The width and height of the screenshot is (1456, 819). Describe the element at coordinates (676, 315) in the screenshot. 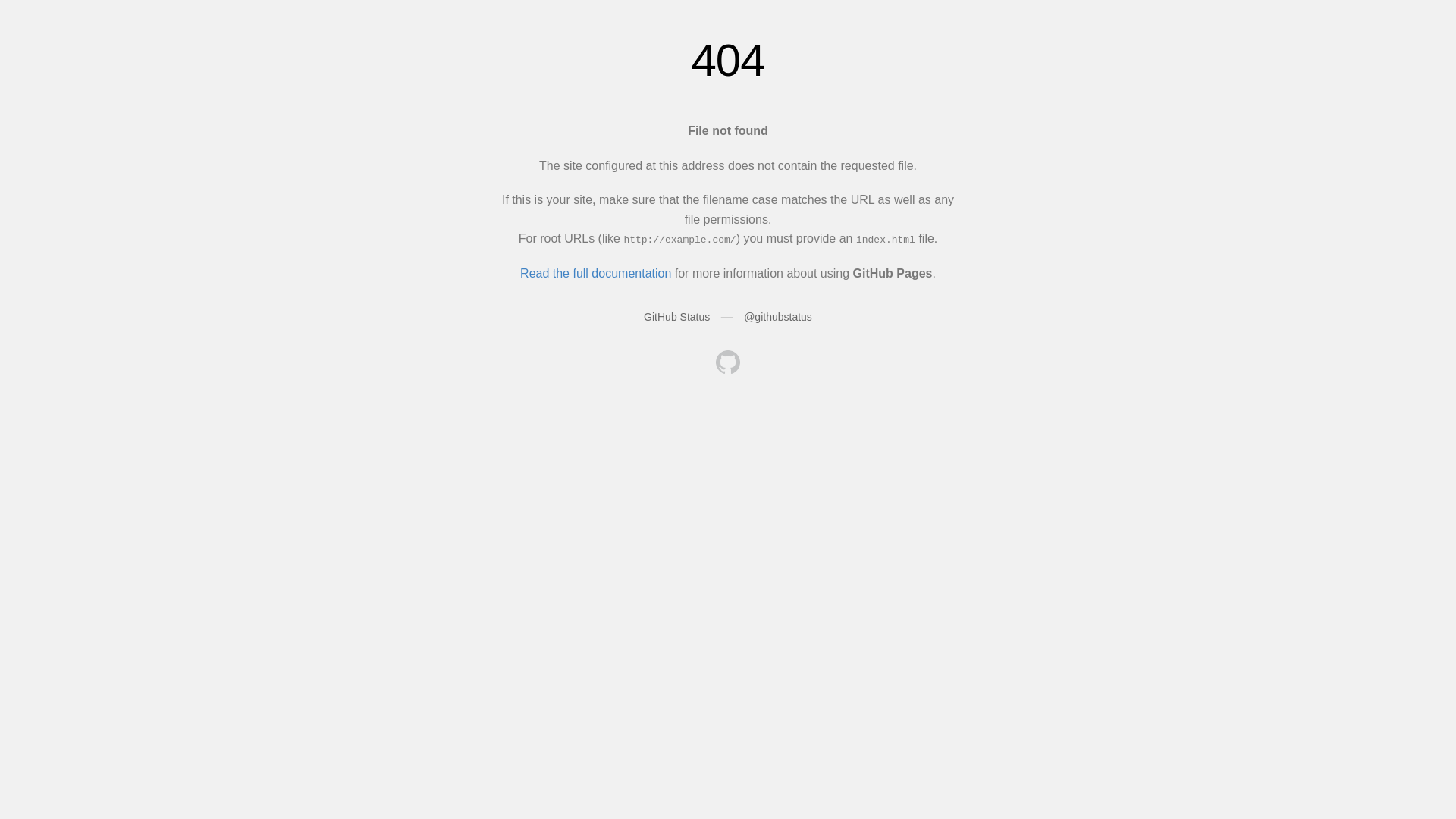

I see `'GitHub Status'` at that location.